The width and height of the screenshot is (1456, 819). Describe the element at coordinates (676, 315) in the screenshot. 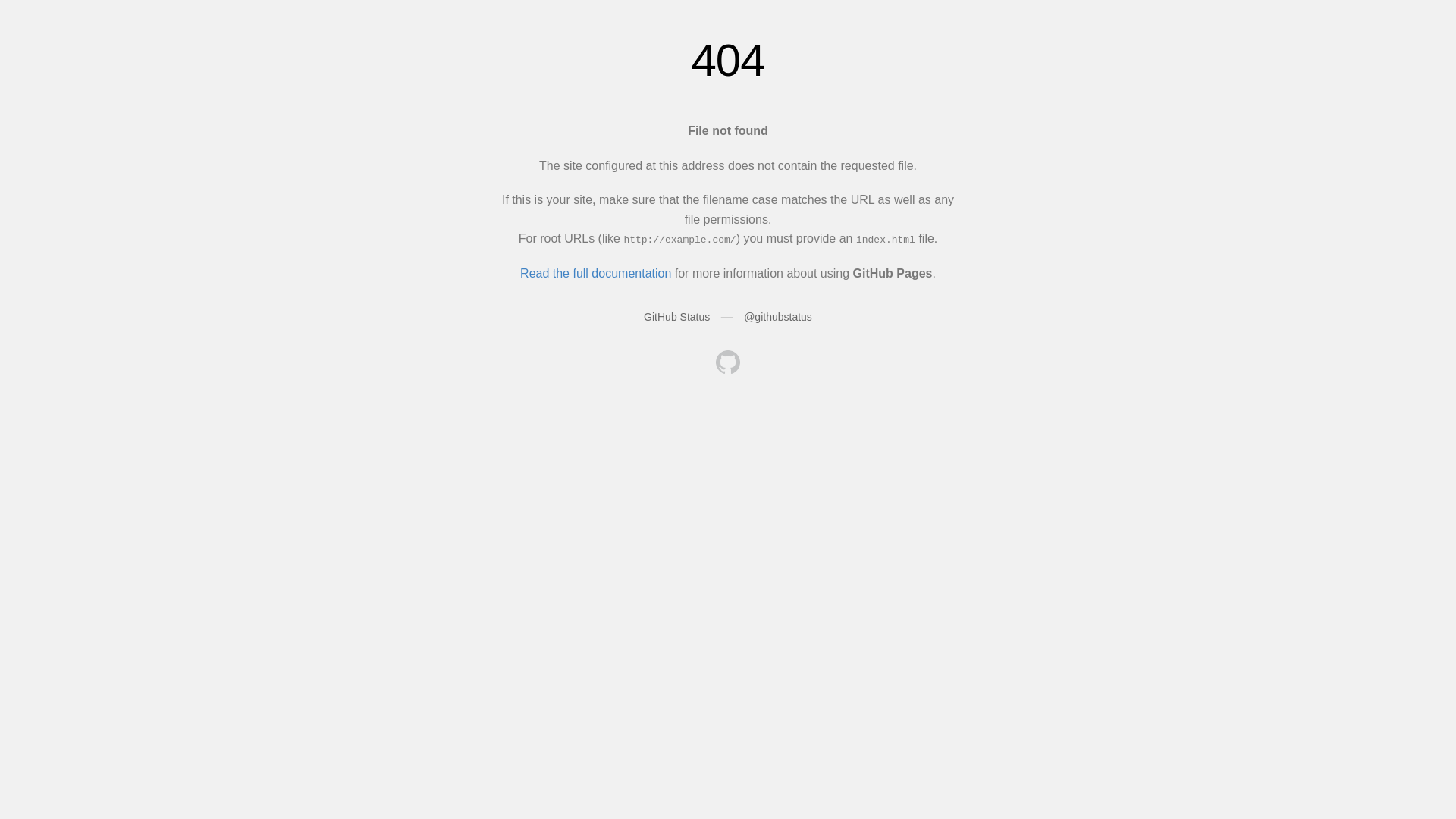

I see `'GitHub Status'` at that location.